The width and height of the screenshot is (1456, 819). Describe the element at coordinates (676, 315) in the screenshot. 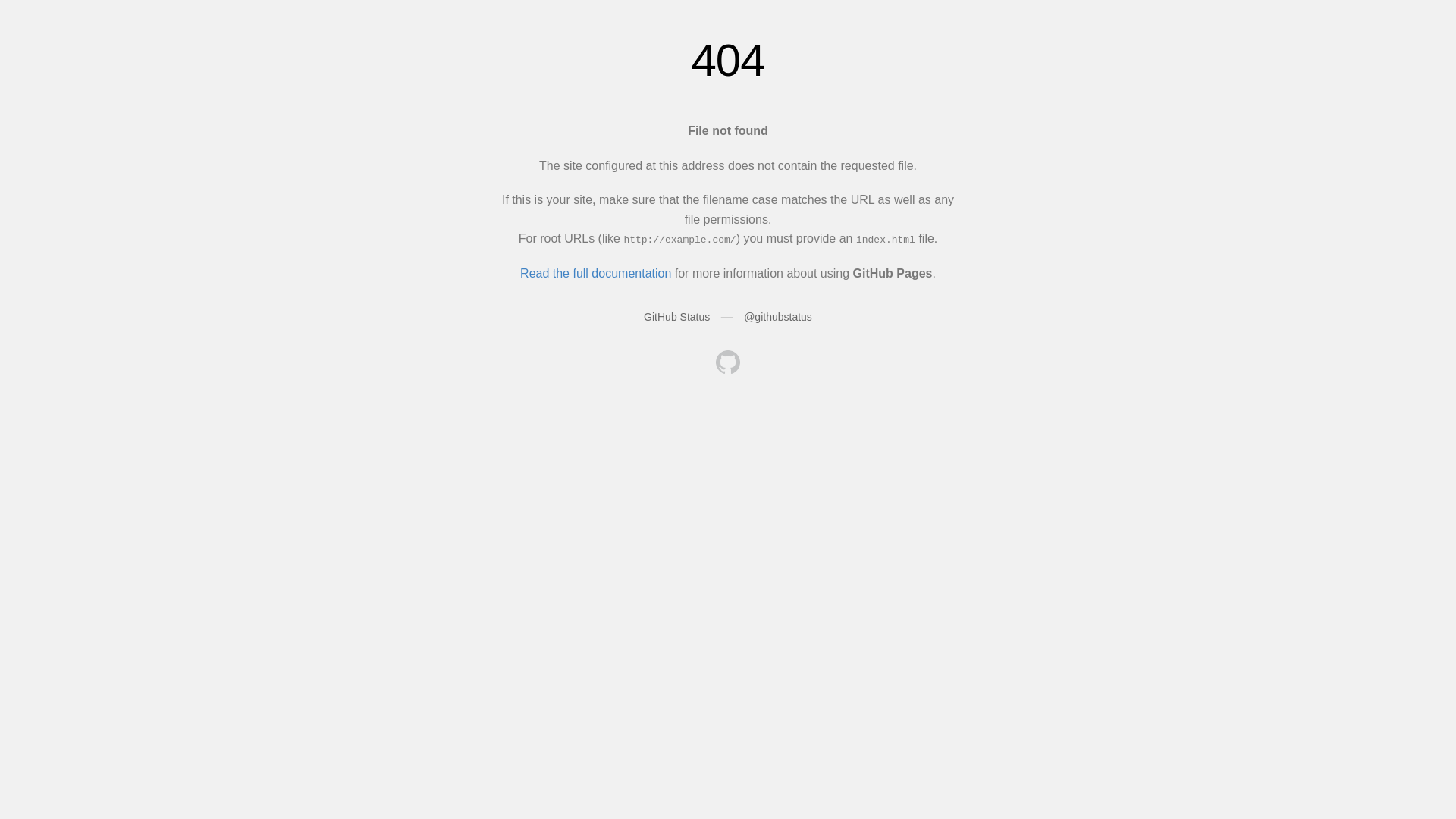

I see `'GitHub Status'` at that location.